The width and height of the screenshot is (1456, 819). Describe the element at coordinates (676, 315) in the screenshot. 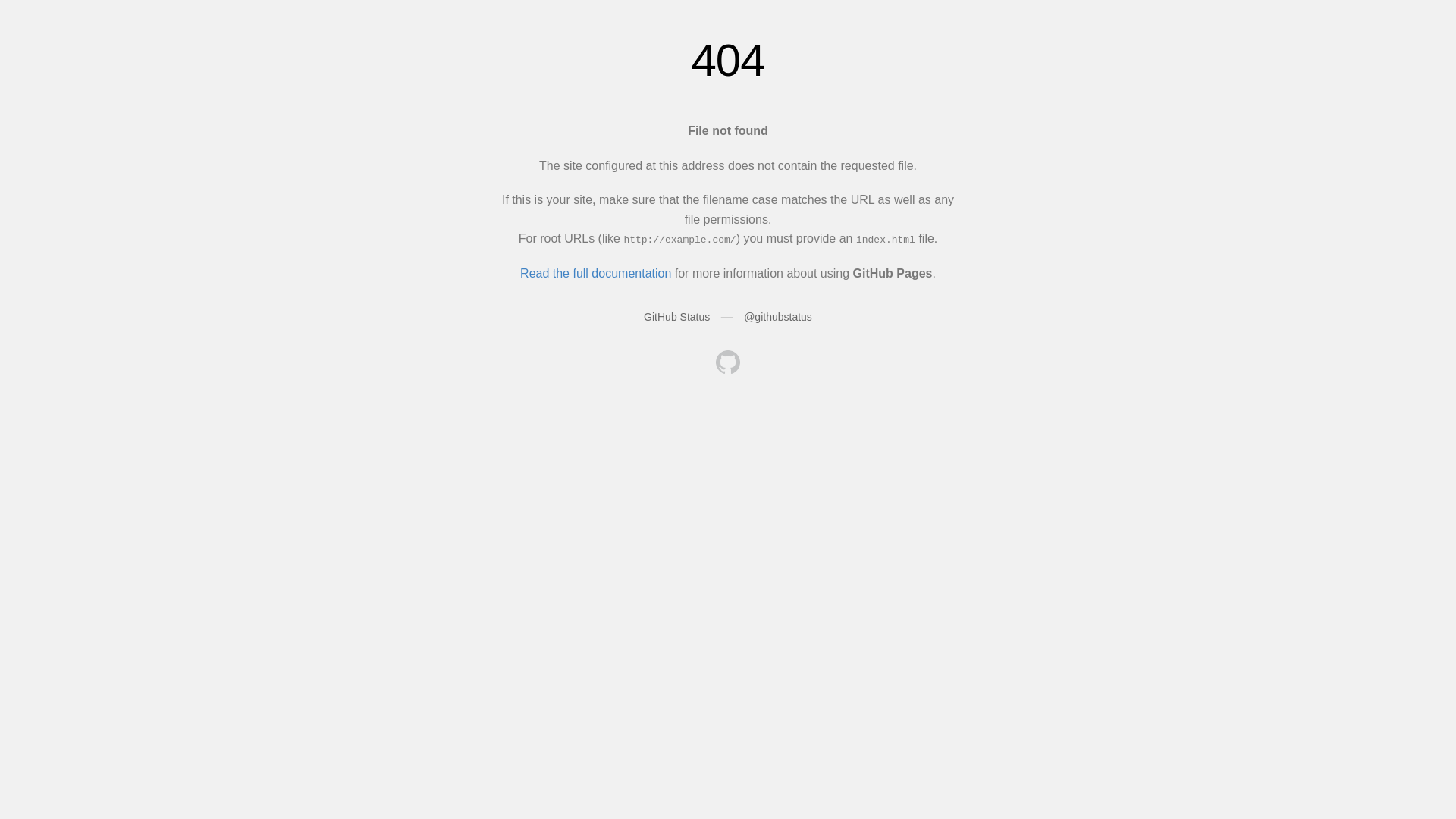

I see `'GitHub Status'` at that location.